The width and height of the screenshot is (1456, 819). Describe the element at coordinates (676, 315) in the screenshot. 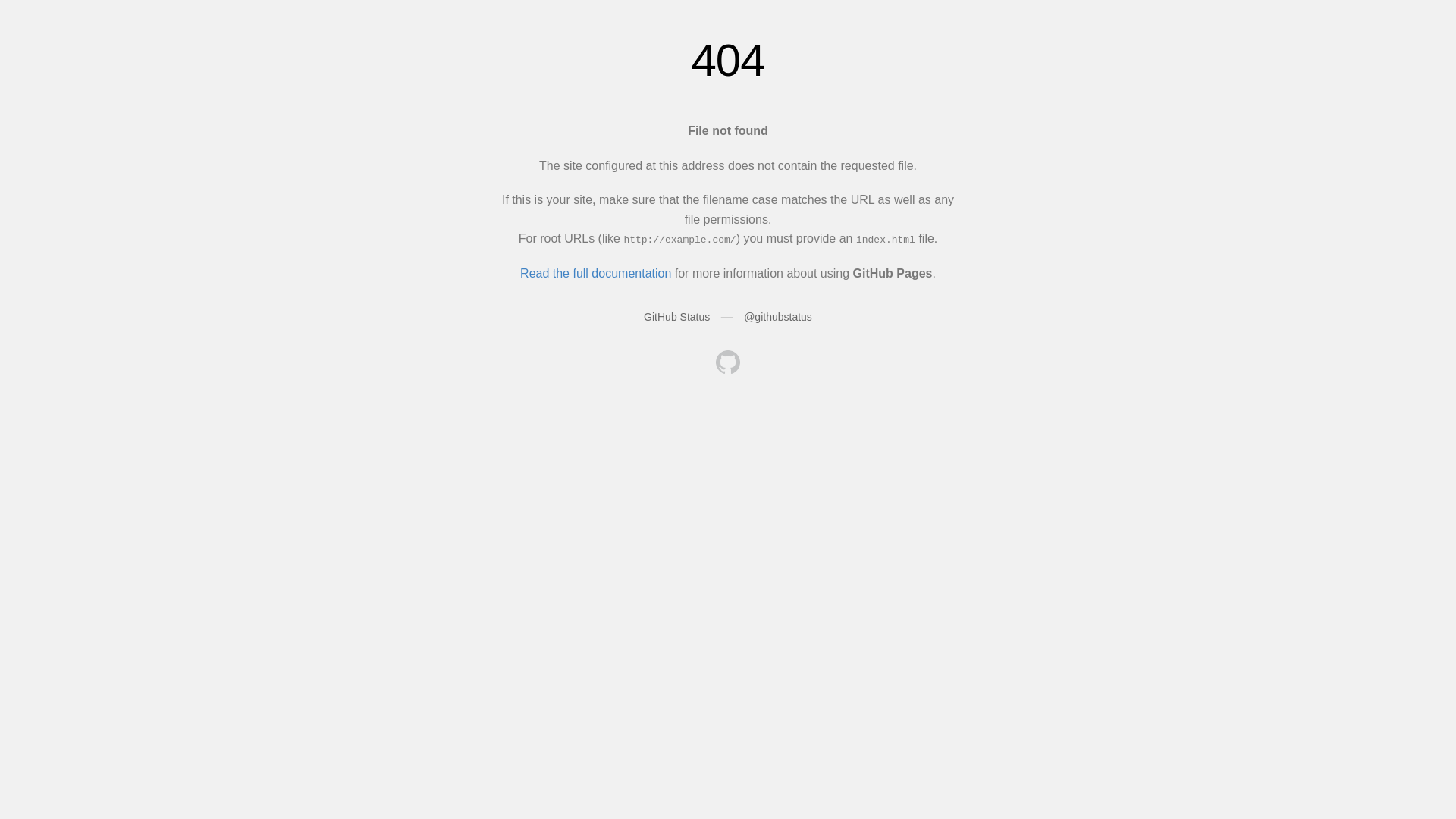

I see `'GitHub Status'` at that location.